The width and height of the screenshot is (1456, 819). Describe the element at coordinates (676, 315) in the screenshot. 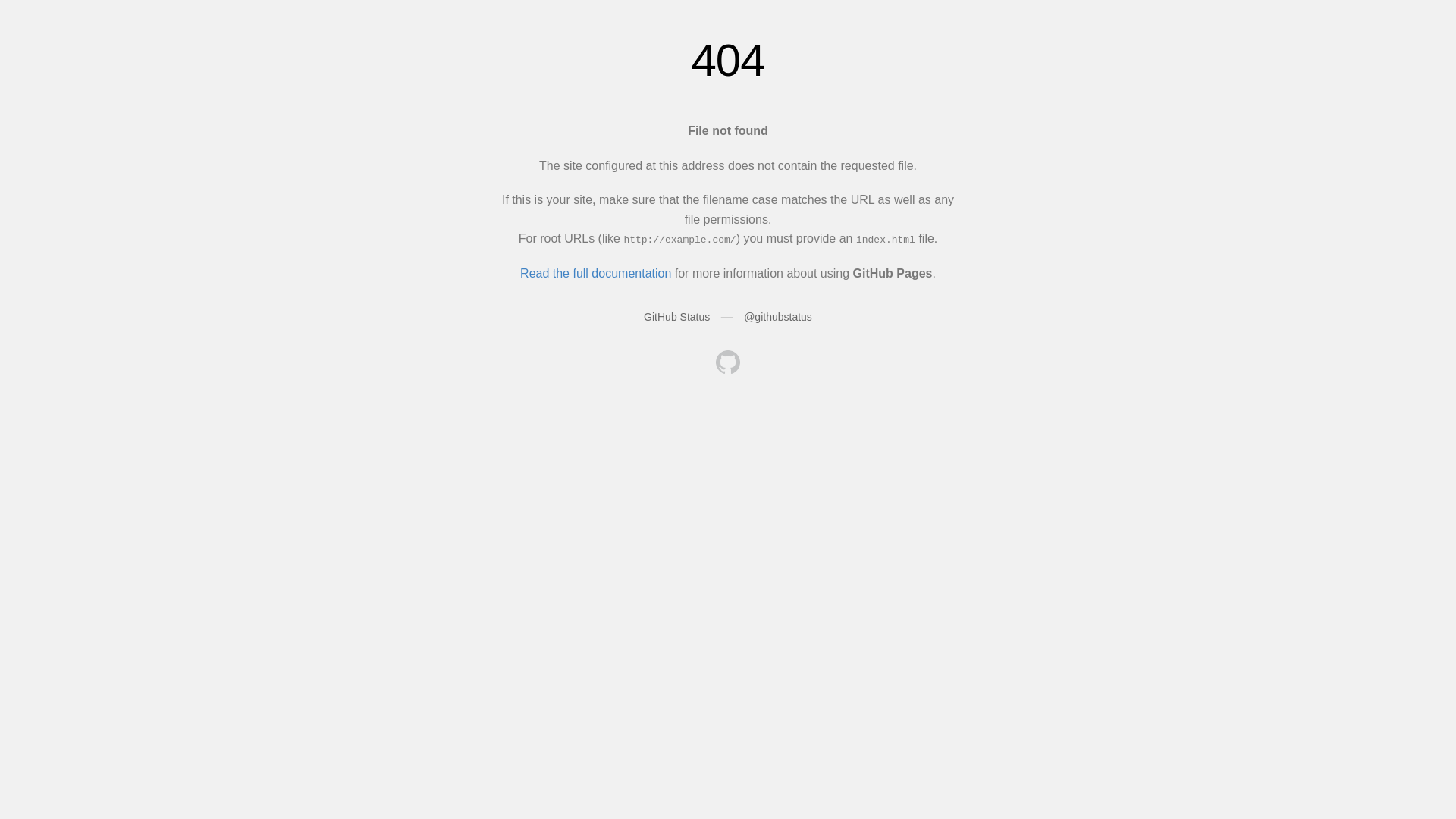

I see `'GitHub Status'` at that location.